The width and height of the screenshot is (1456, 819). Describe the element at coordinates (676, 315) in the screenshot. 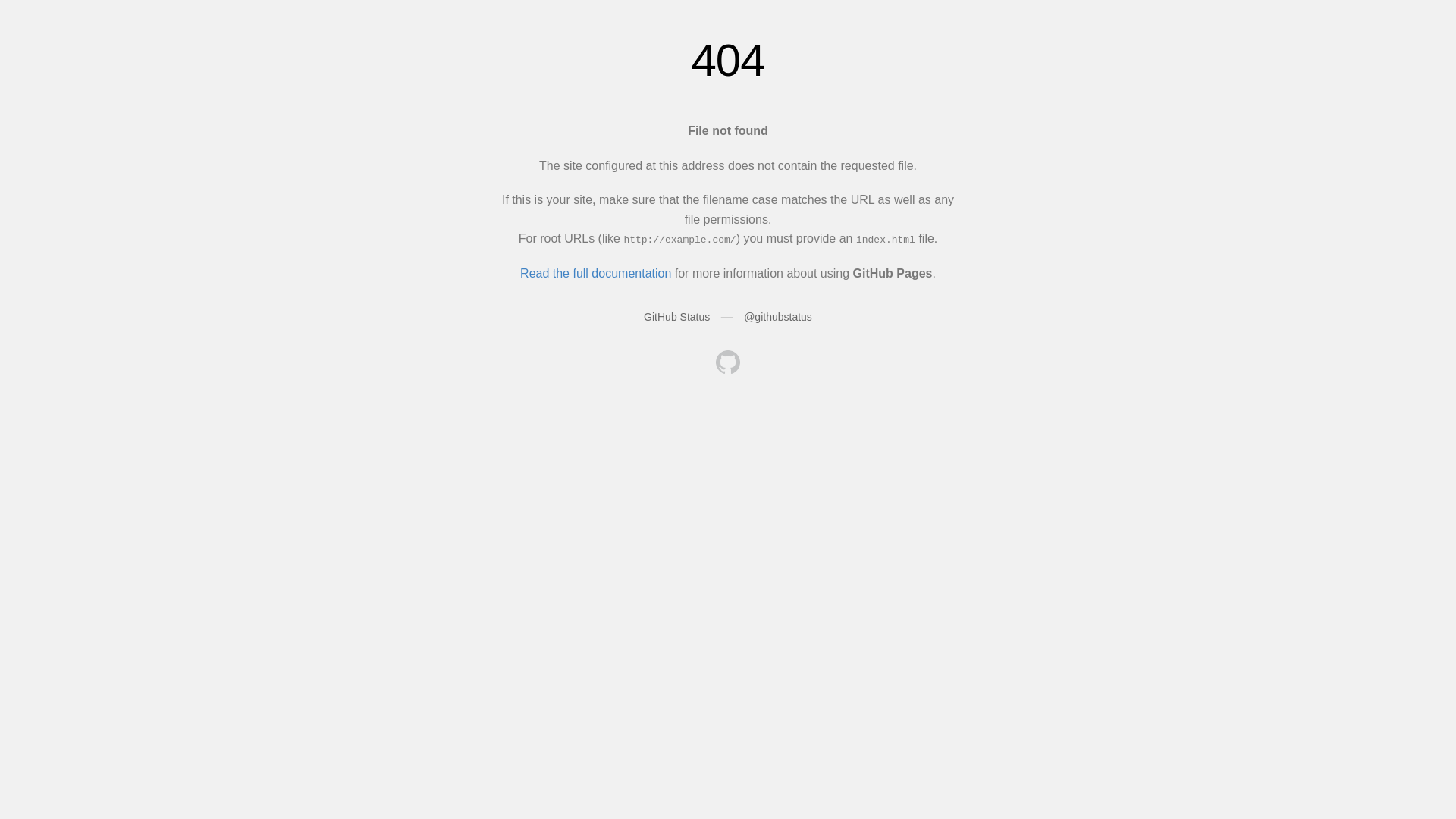

I see `'GitHub Status'` at that location.